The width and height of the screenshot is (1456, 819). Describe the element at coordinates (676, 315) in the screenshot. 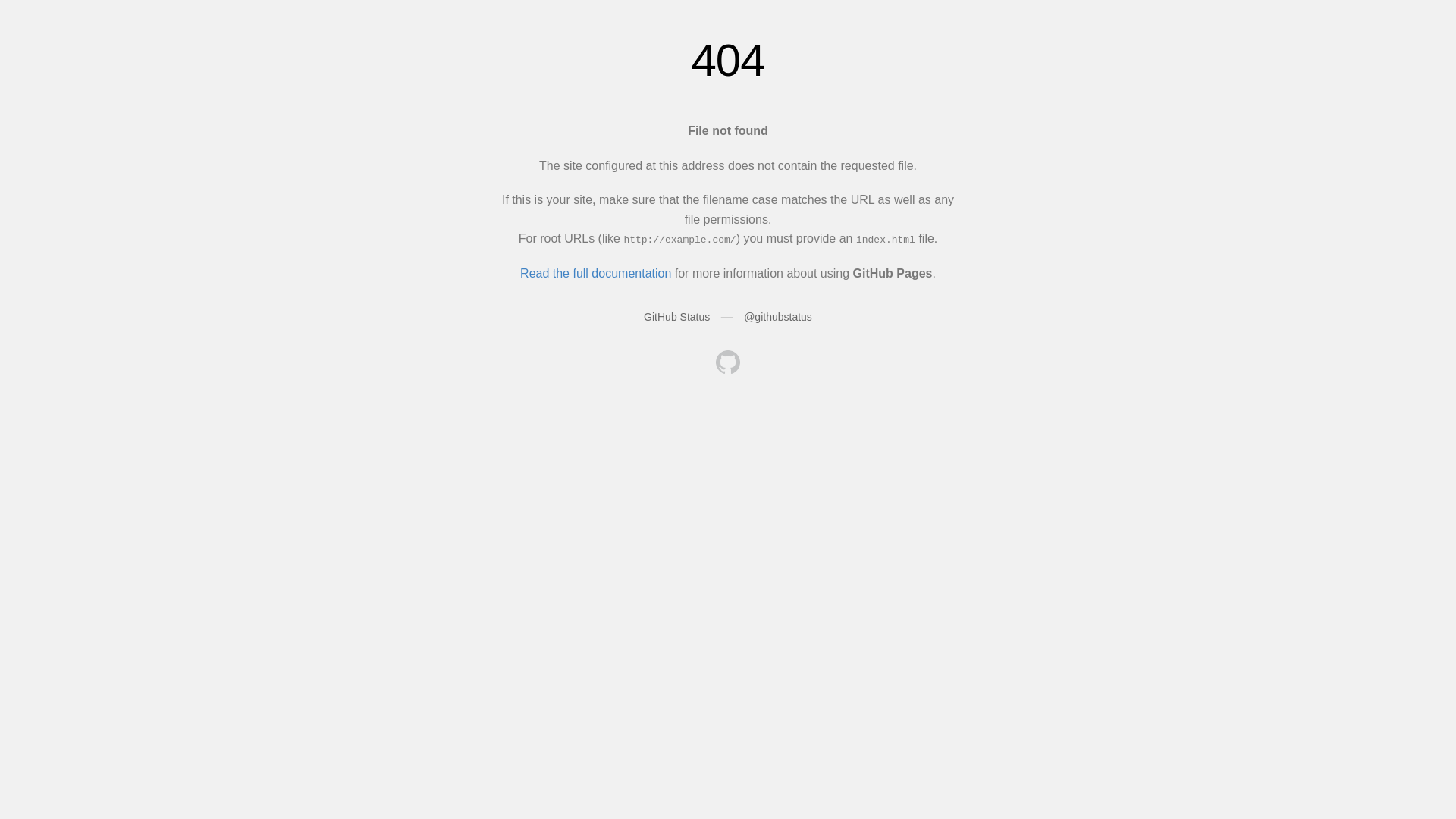

I see `'GitHub Status'` at that location.